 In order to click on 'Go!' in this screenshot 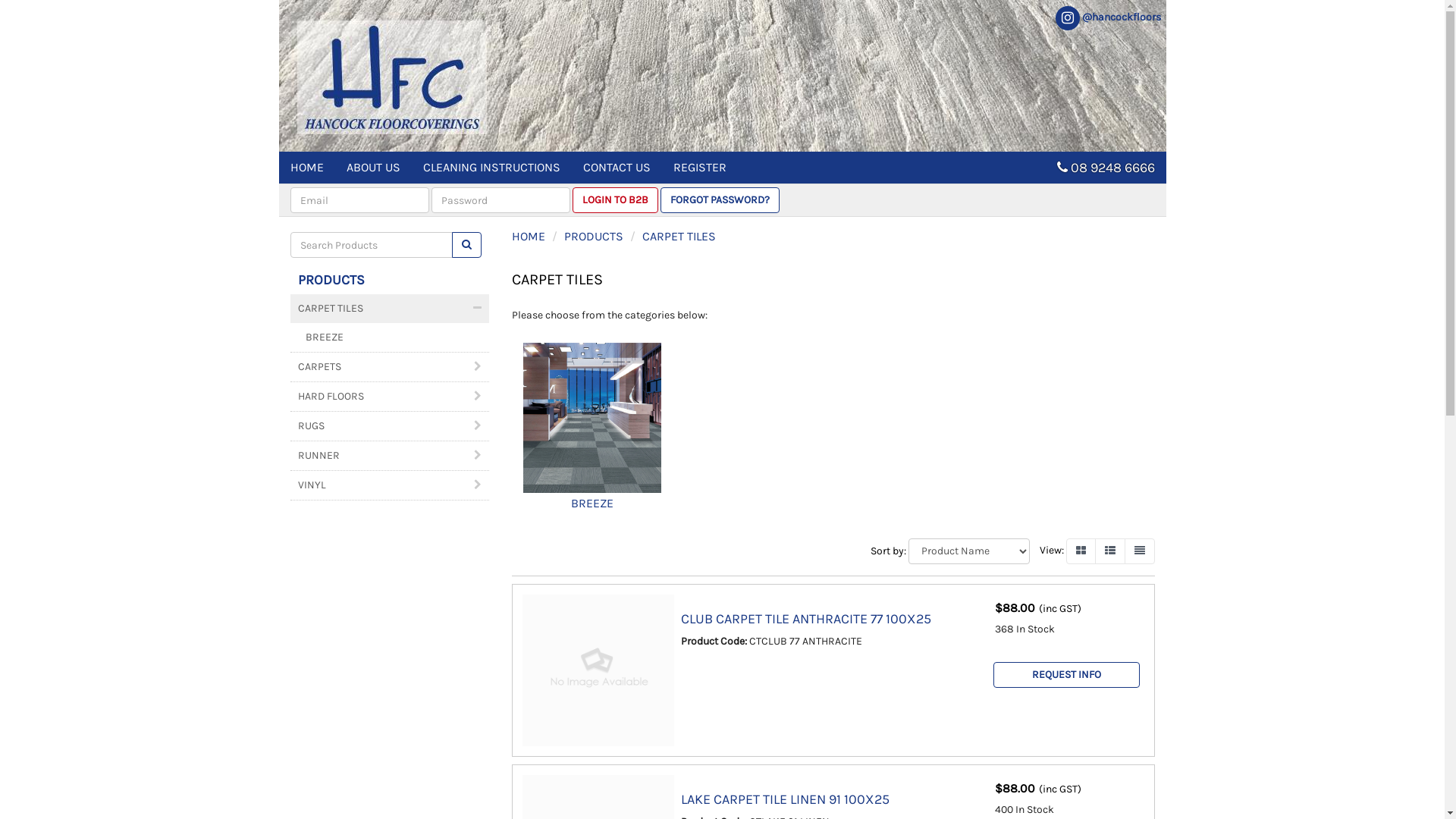, I will do `click(450, 244)`.